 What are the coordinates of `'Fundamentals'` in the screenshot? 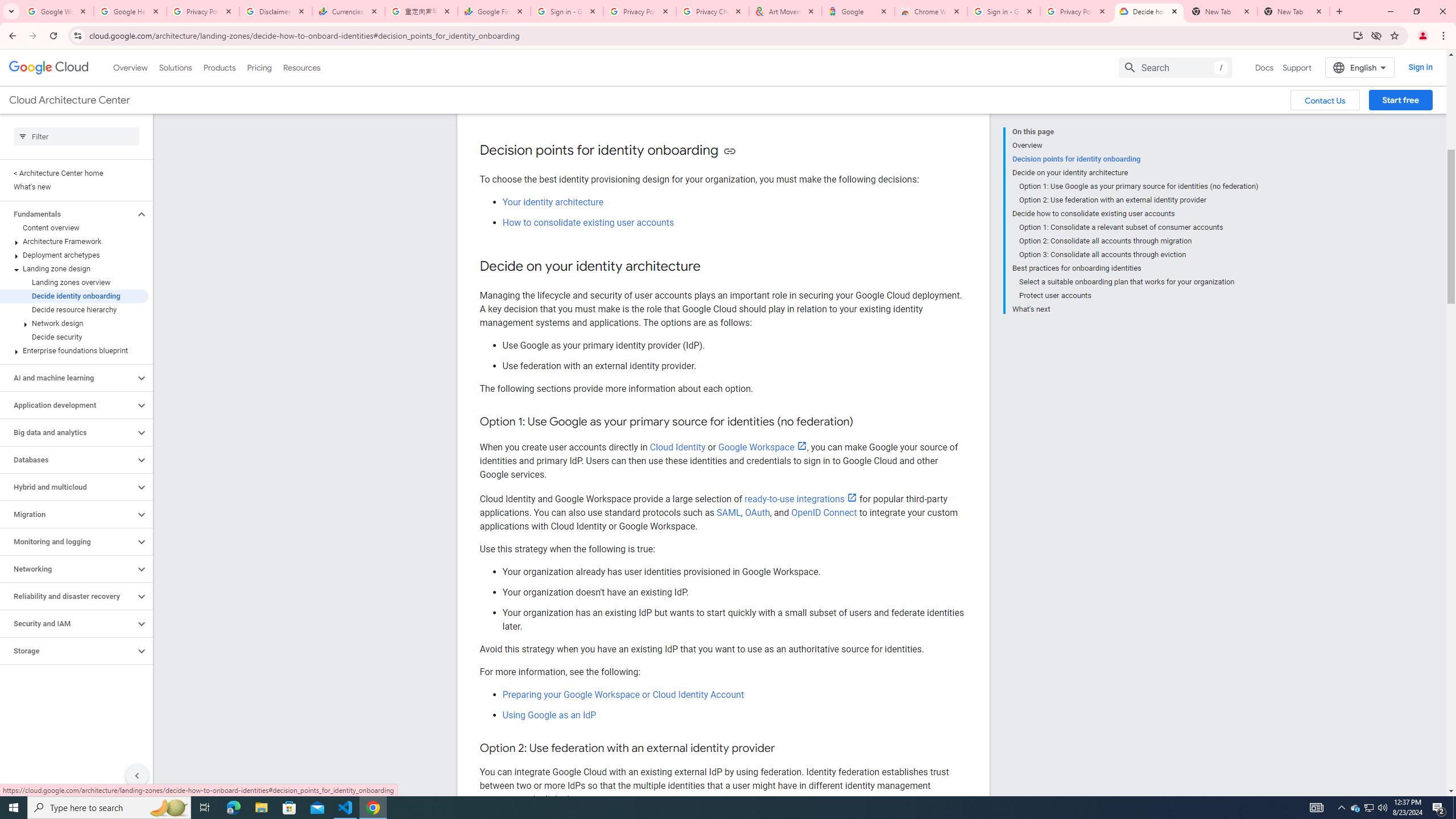 It's located at (67, 213).